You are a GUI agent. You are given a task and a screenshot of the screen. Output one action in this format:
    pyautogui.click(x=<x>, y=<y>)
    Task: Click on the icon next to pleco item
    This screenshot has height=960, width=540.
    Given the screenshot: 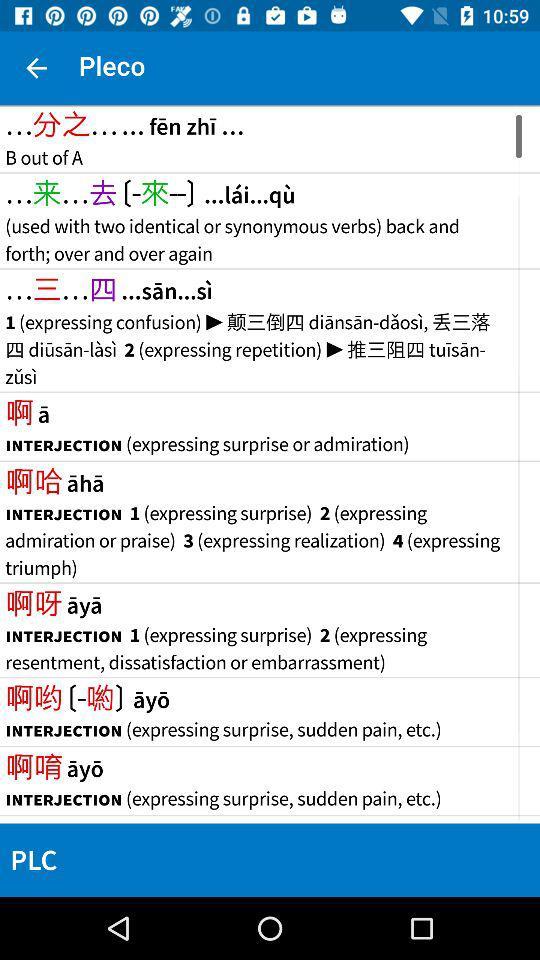 What is the action you would take?
    pyautogui.click(x=36, y=68)
    